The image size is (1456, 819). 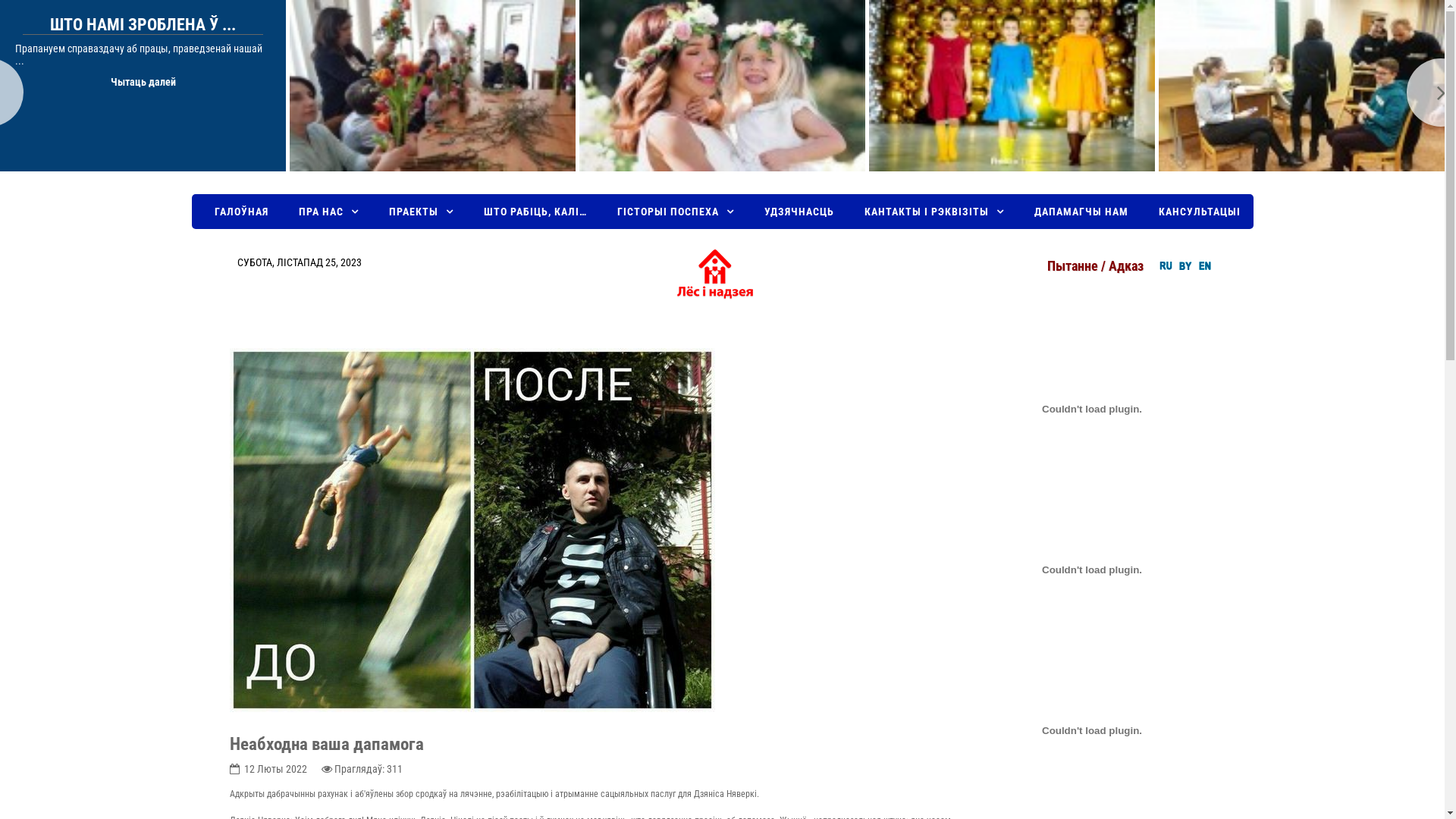 What do you see at coordinates (1203, 265) in the screenshot?
I see `'English (UK)'` at bounding box center [1203, 265].